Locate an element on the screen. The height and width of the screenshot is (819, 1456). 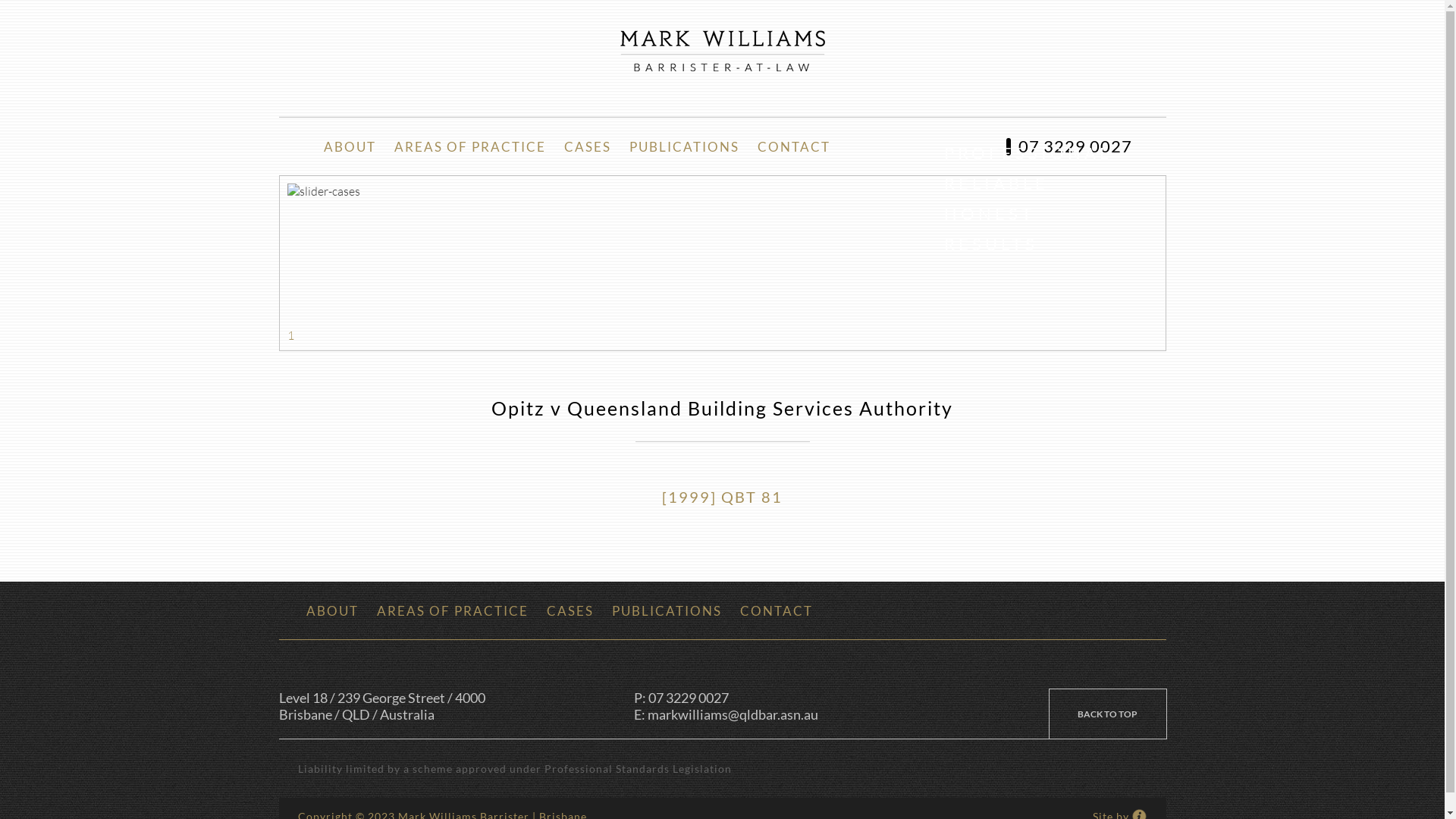
'Mark Williams Barrister' is located at coordinates (620, 49).